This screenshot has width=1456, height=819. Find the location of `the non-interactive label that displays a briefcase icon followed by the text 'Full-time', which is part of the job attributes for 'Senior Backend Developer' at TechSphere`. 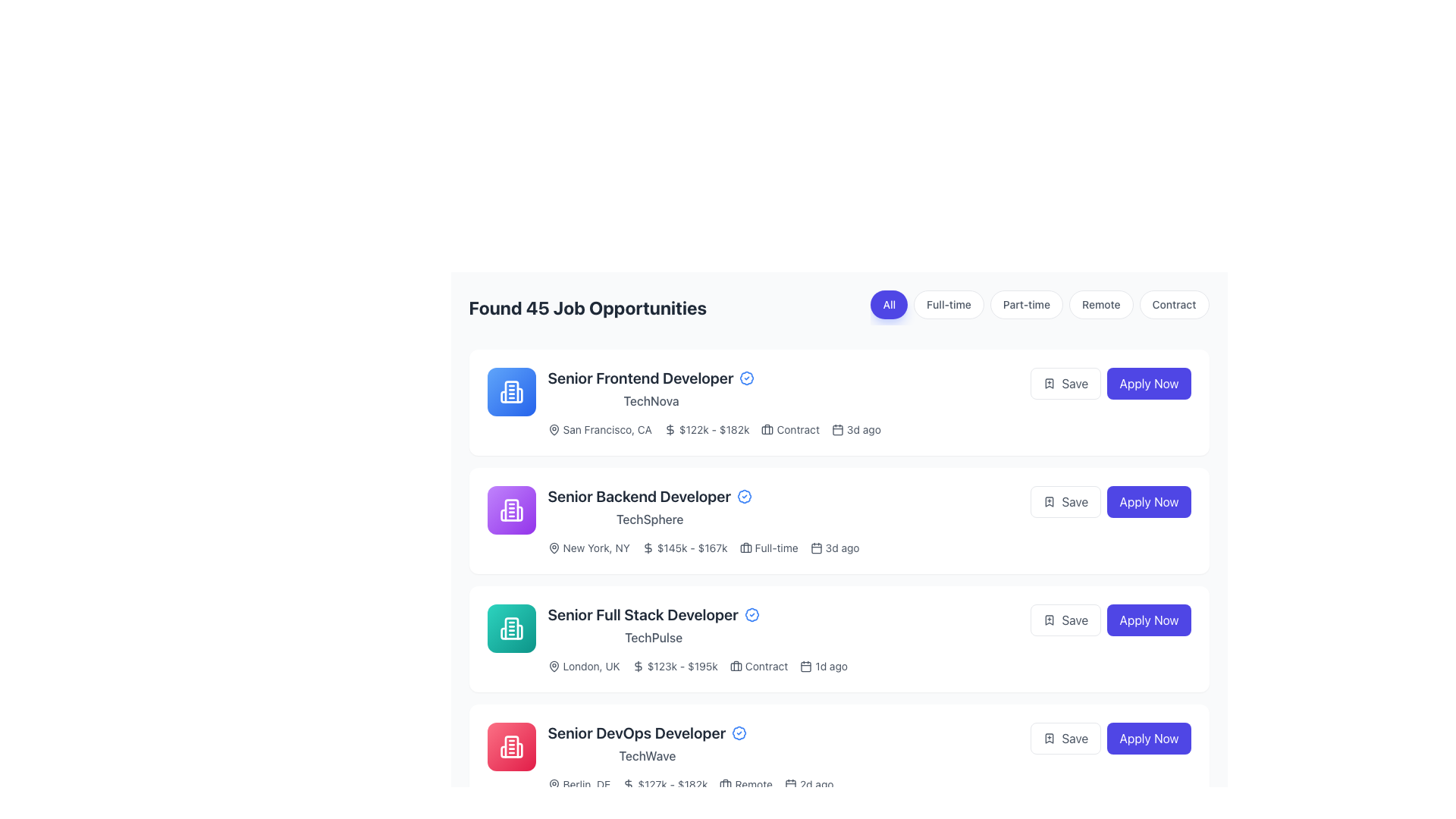

the non-interactive label that displays a briefcase icon followed by the text 'Full-time', which is part of the job attributes for 'Senior Backend Developer' at TechSphere is located at coordinates (769, 548).